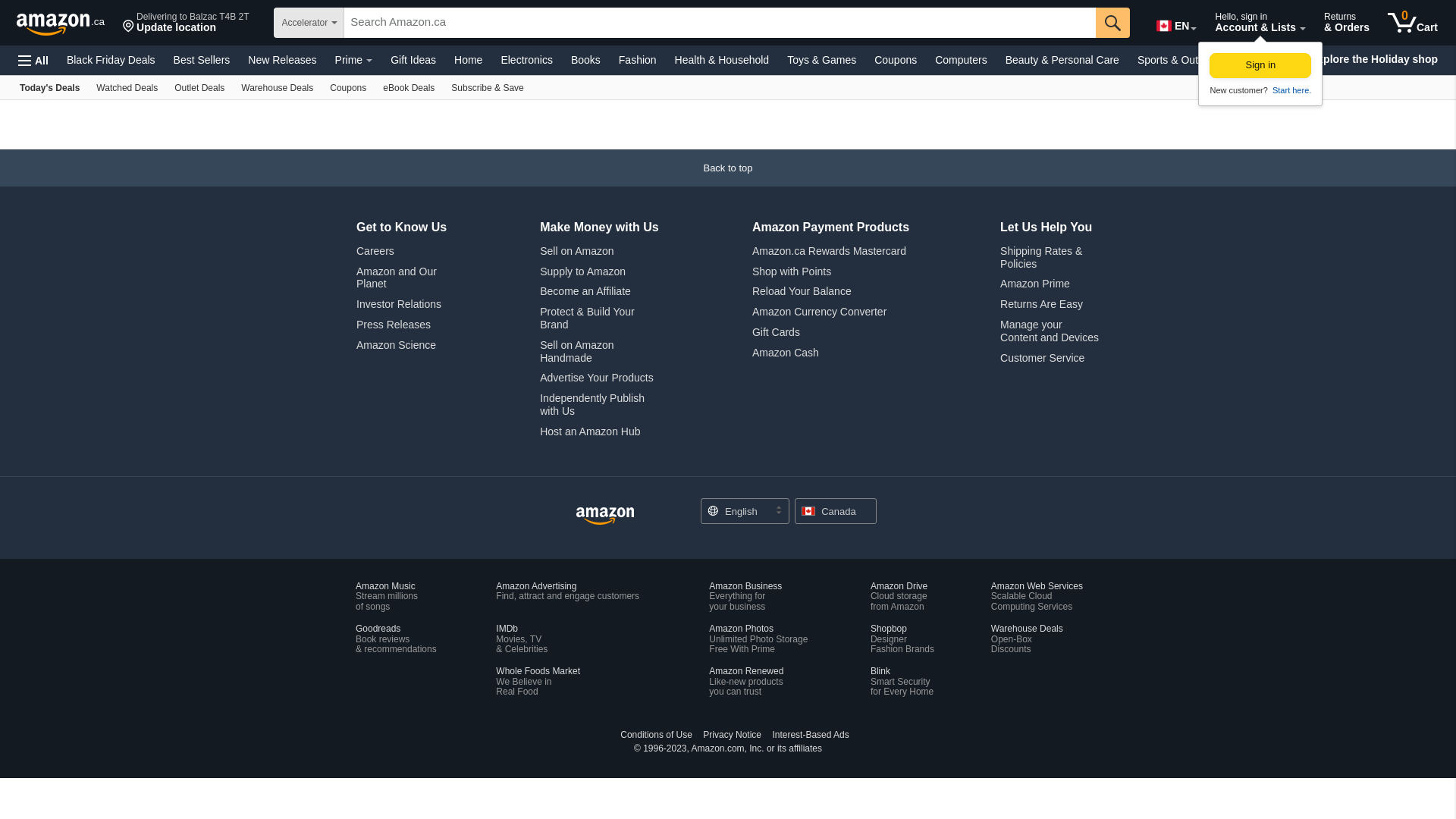 This screenshot has height=819, width=1456. I want to click on 'Hello, sign in, so click(1207, 23).